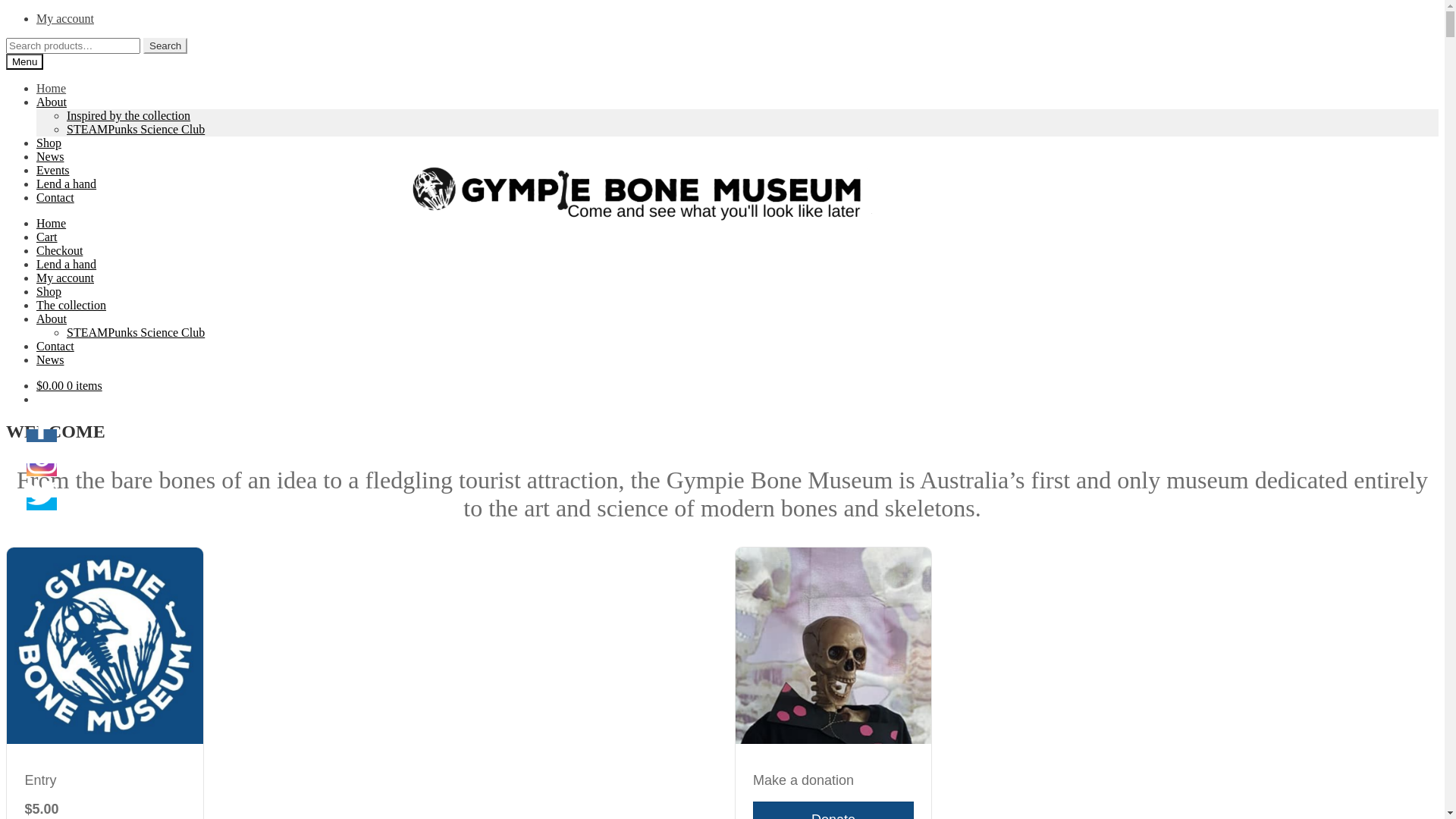 The image size is (1456, 819). Describe the element at coordinates (59, 249) in the screenshot. I see `'Checkout'` at that location.